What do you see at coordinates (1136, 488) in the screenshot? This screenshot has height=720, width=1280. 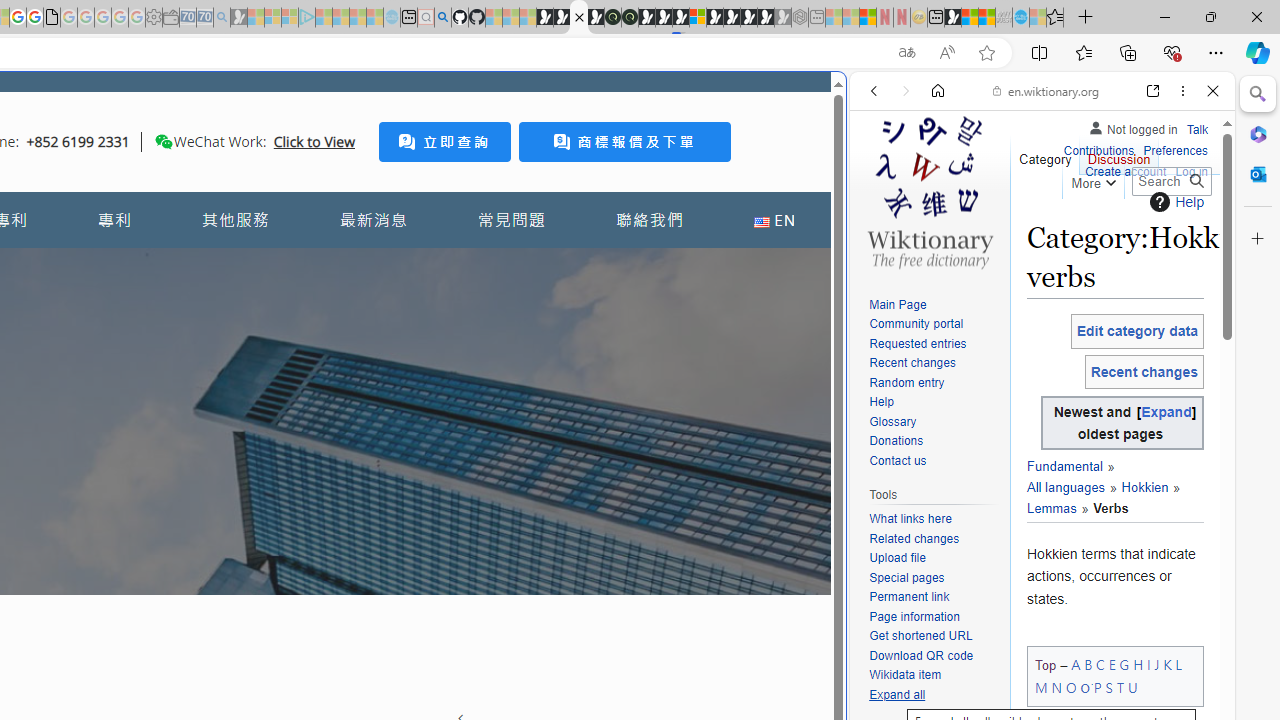 I see `'Hokkien'` at bounding box center [1136, 488].